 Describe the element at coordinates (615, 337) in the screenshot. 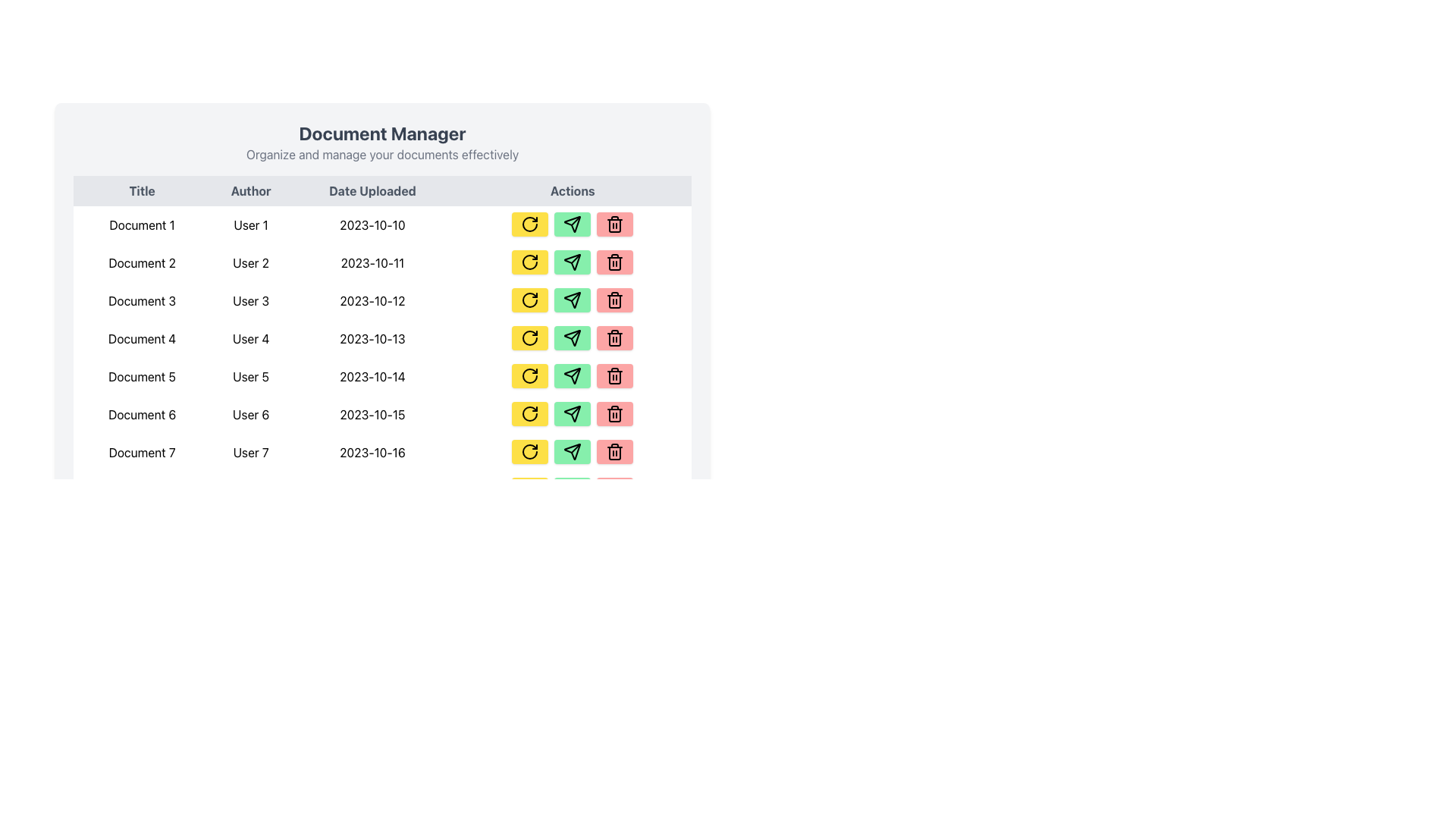

I see `the delete button in the 'Actions' column of the table corresponding to 'Document 4' to observe its hover effect` at that location.